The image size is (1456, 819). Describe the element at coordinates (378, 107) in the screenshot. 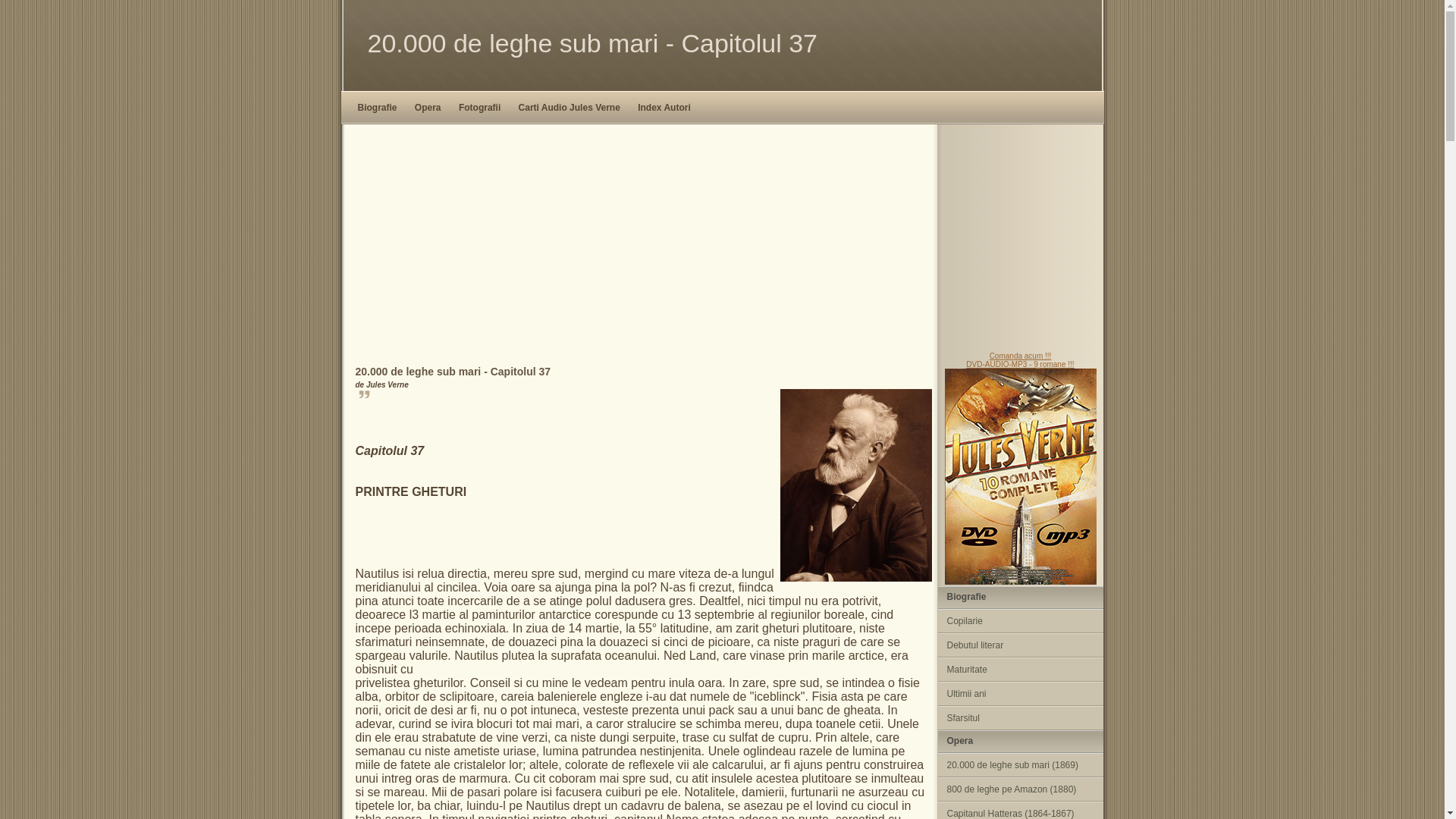

I see `'Biografie'` at that location.